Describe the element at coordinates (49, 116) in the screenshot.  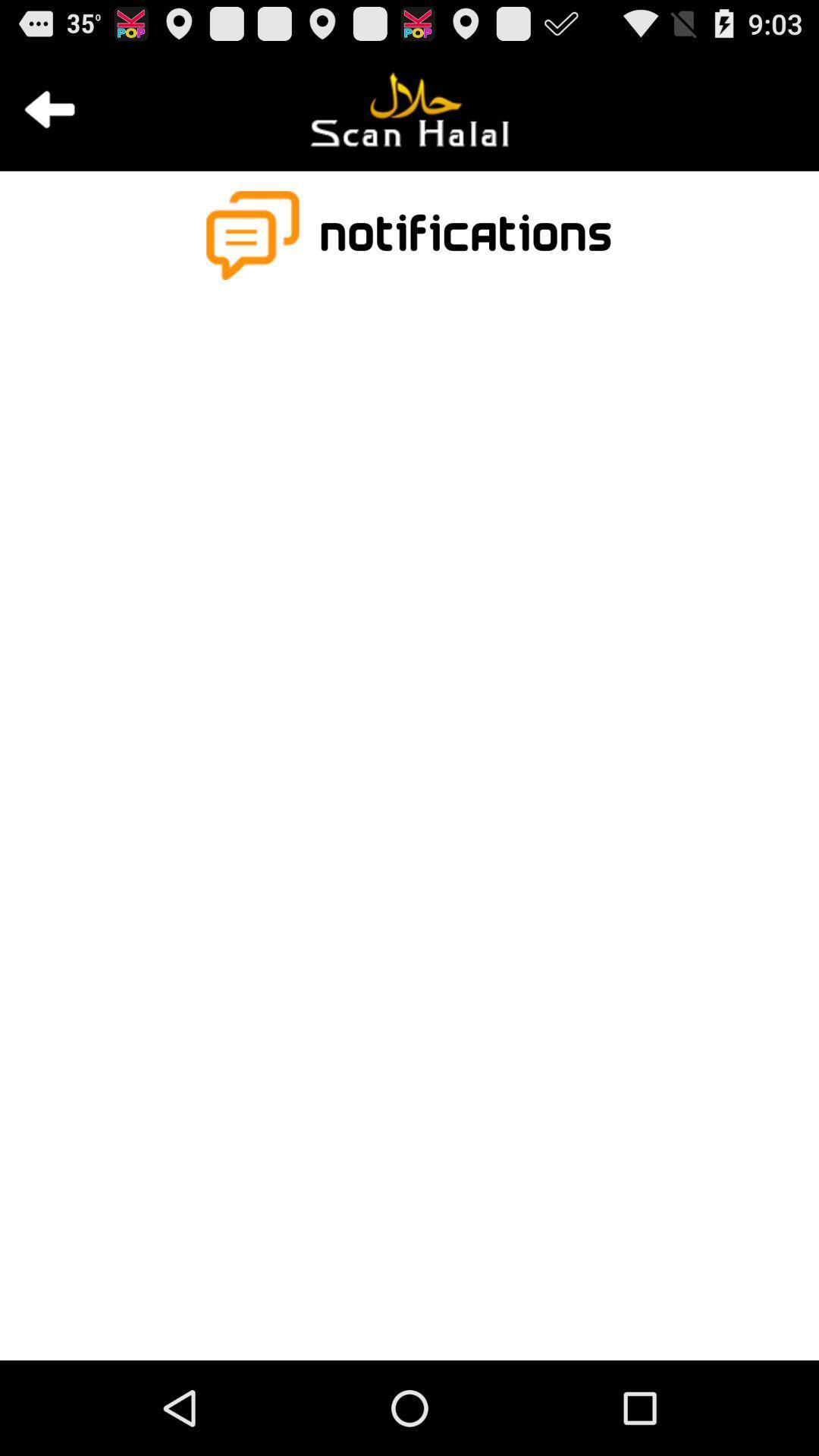
I see `the arrow_backward icon` at that location.